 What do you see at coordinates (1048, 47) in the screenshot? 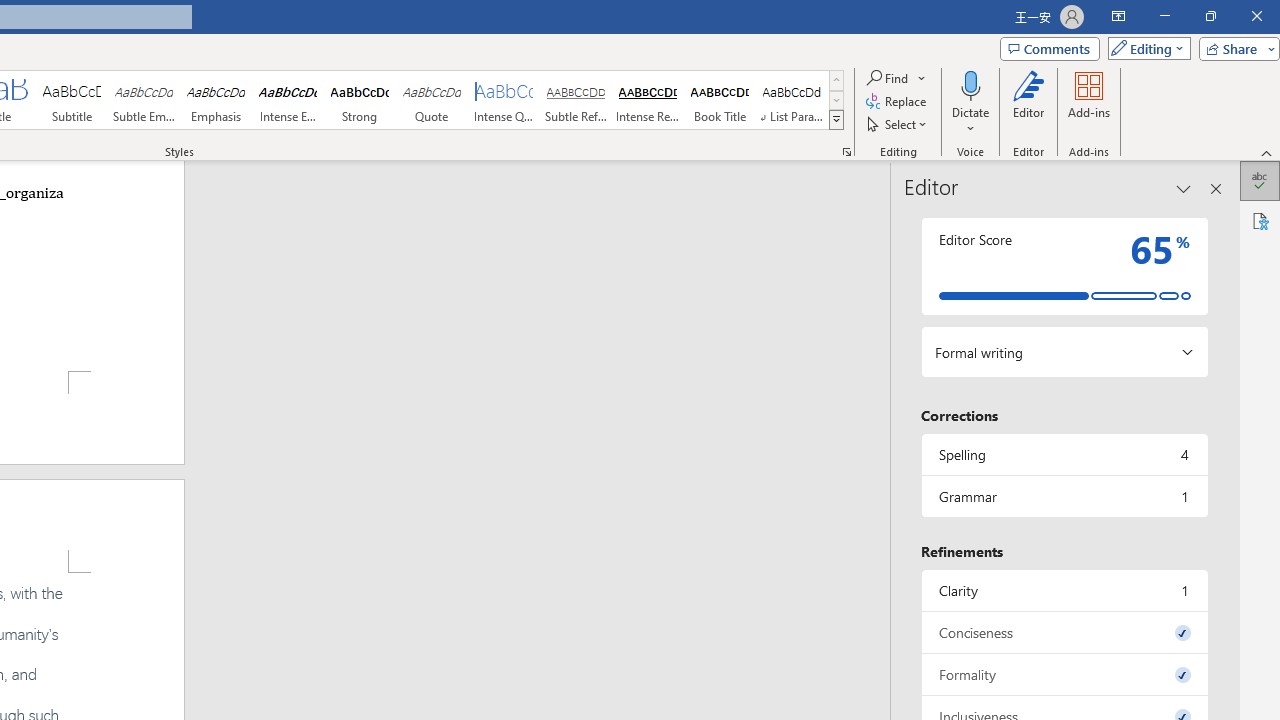
I see `'Comments'` at bounding box center [1048, 47].